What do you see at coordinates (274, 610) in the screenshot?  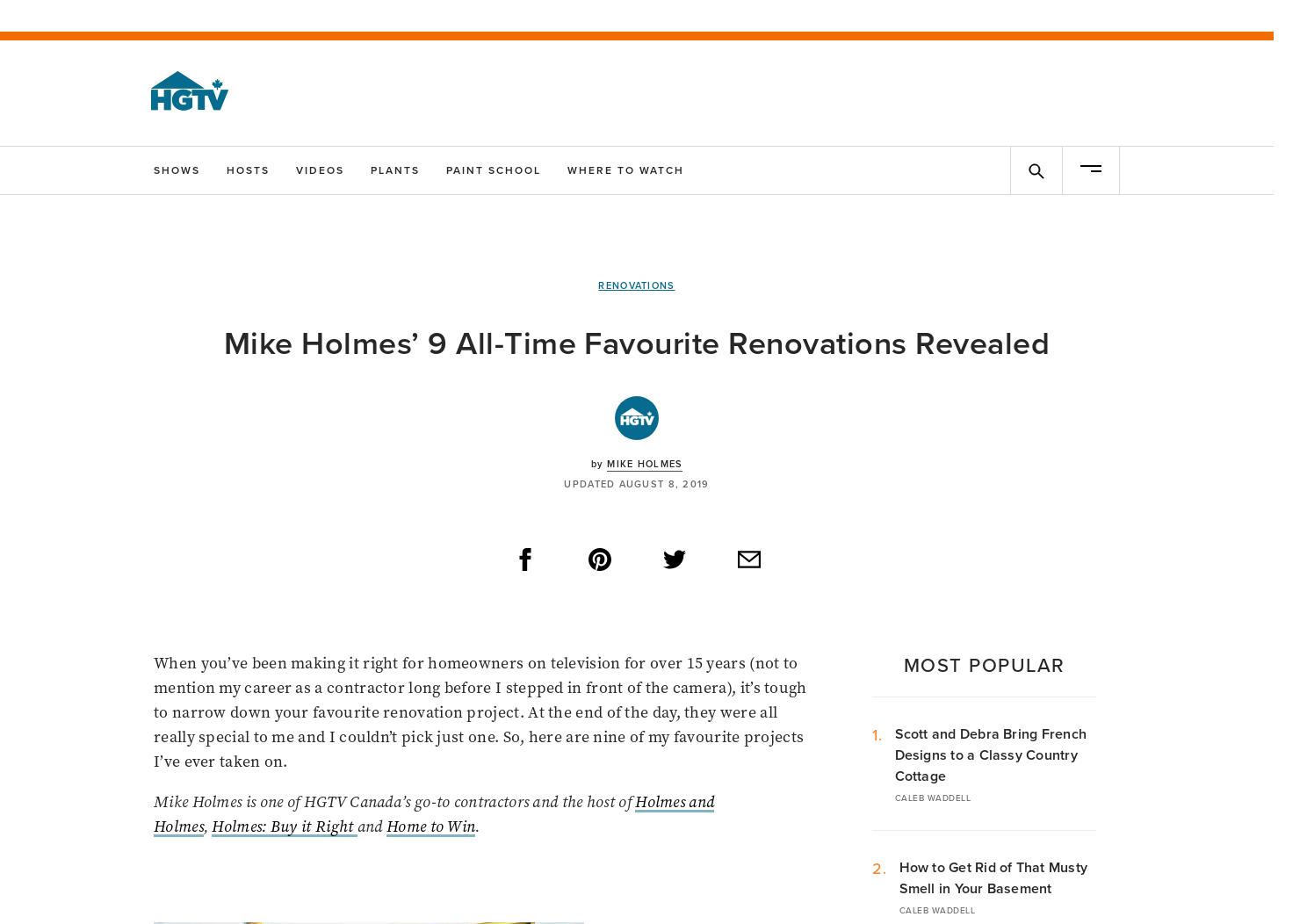 I see `'How to Transform Your Small Nursery Room for Under $100'` at bounding box center [274, 610].